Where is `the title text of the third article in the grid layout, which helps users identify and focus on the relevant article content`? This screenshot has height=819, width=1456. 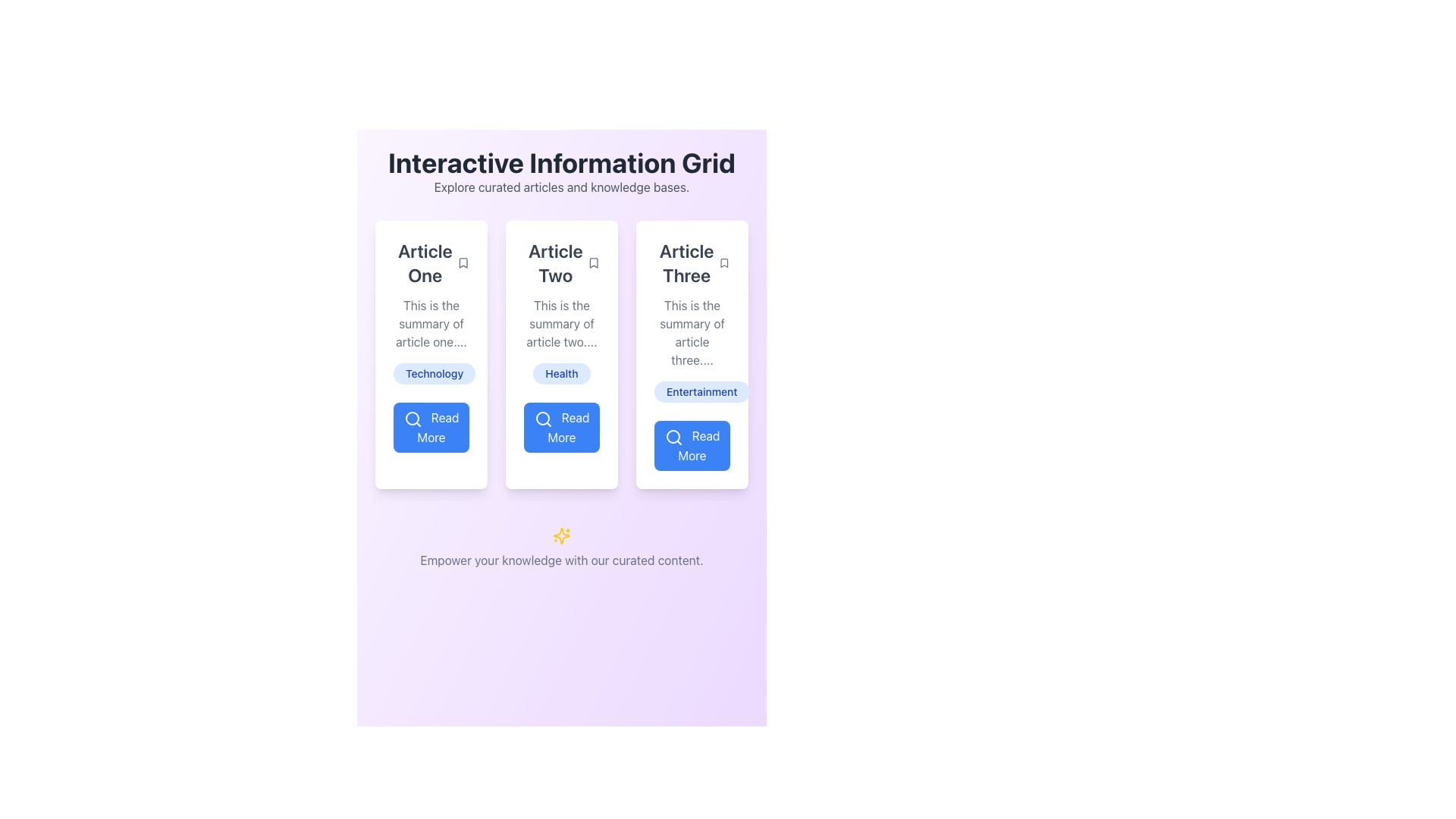
the title text of the third article in the grid layout, which helps users identify and focus on the relevant article content is located at coordinates (686, 262).